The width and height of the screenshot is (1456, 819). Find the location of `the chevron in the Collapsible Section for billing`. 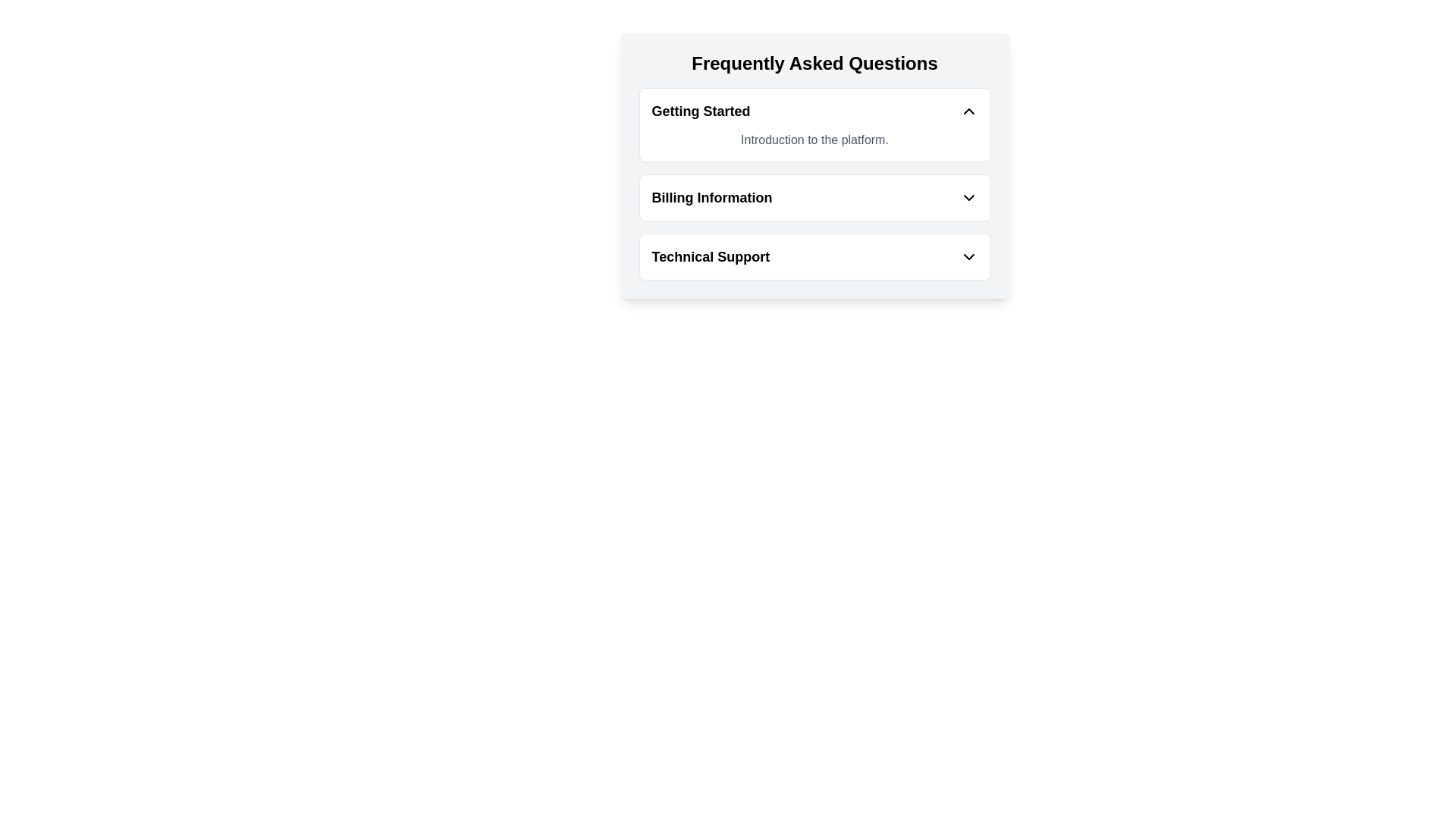

the chevron in the Collapsible Section for billing is located at coordinates (814, 184).